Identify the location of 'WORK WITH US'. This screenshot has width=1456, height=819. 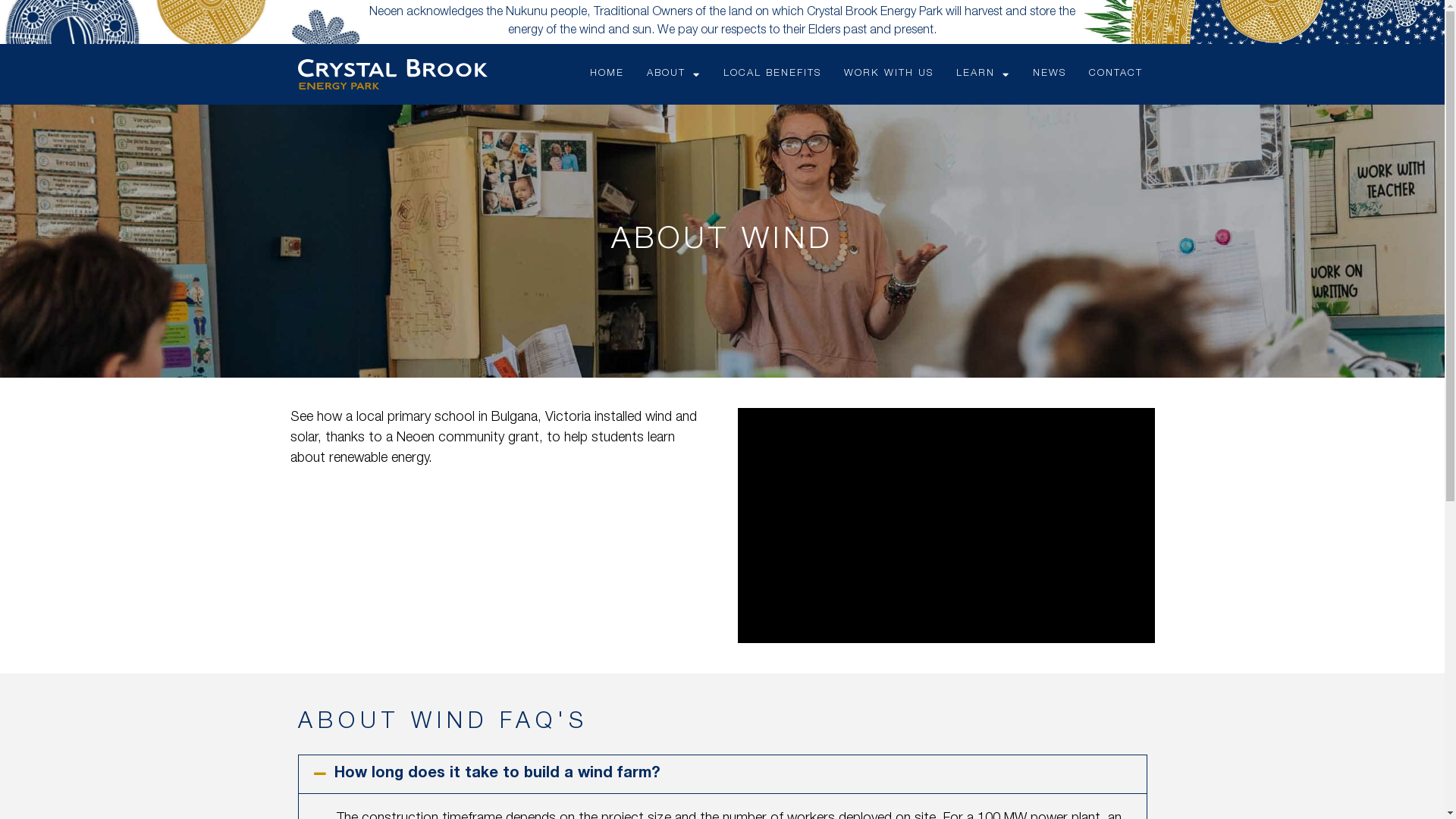
(888, 74).